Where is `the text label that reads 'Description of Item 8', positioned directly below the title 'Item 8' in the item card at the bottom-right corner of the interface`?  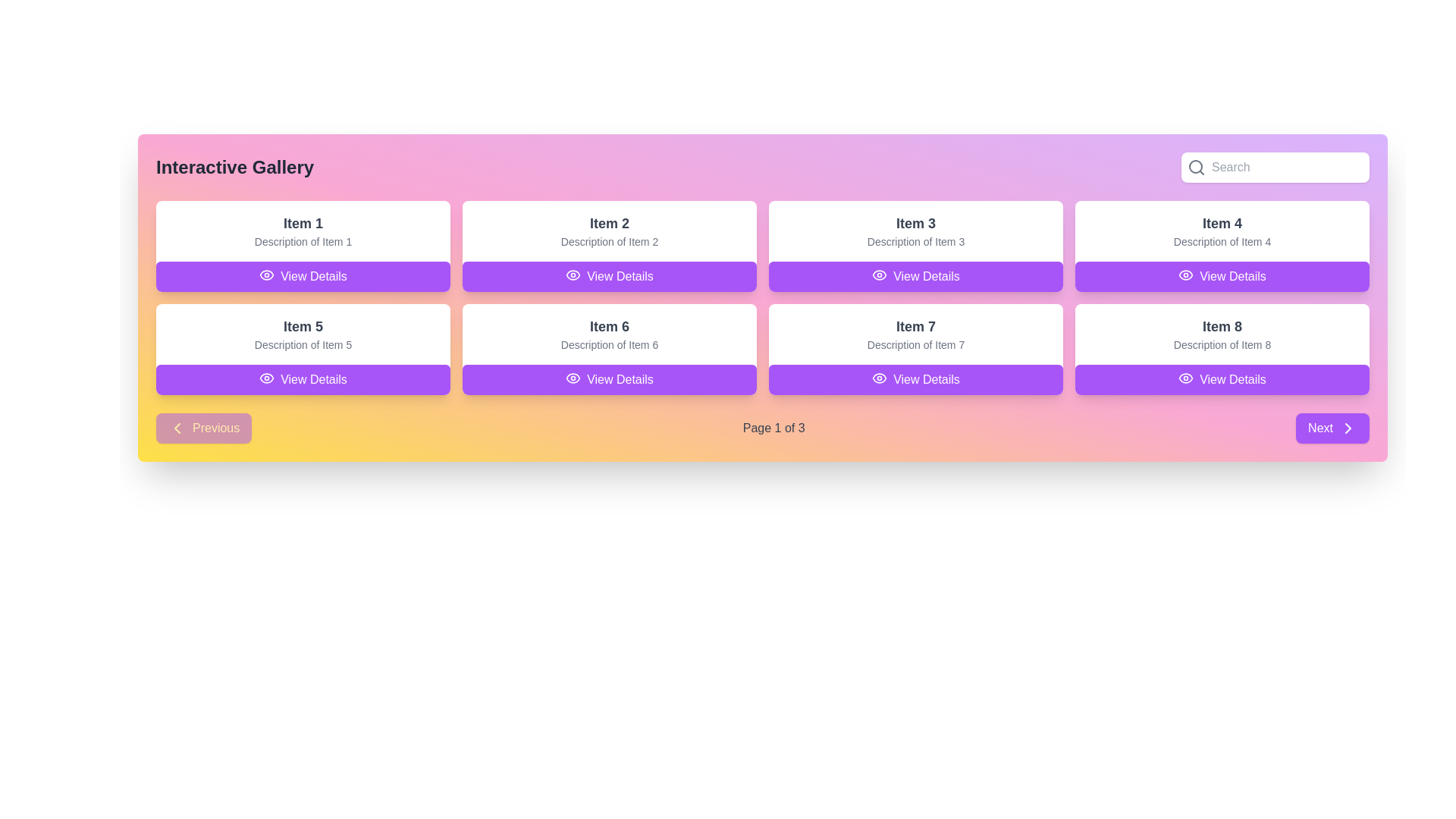
the text label that reads 'Description of Item 8', positioned directly below the title 'Item 8' in the item card at the bottom-right corner of the interface is located at coordinates (1222, 345).